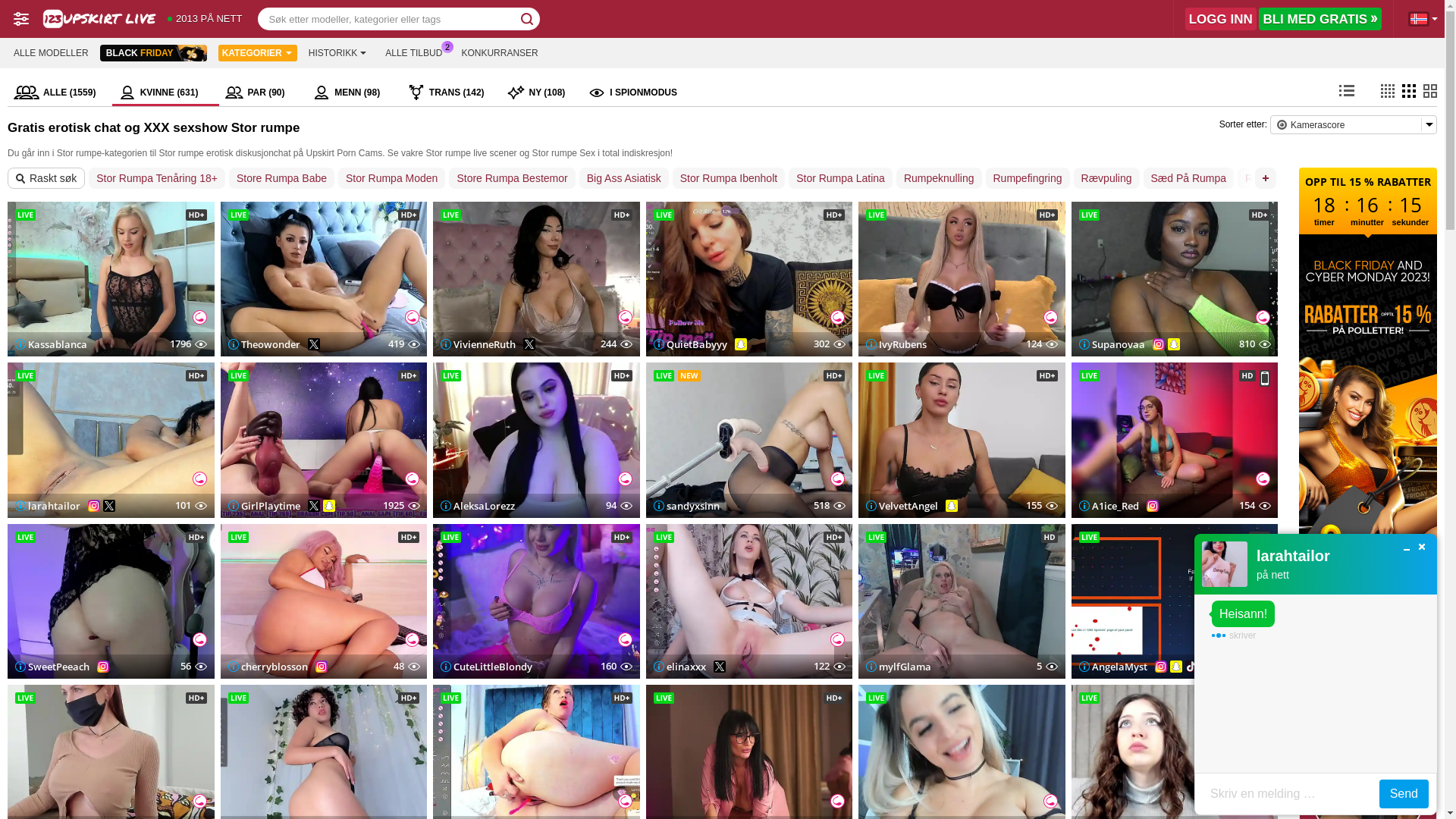  Describe the element at coordinates (501, 93) in the screenshot. I see `'NY (108)'` at that location.